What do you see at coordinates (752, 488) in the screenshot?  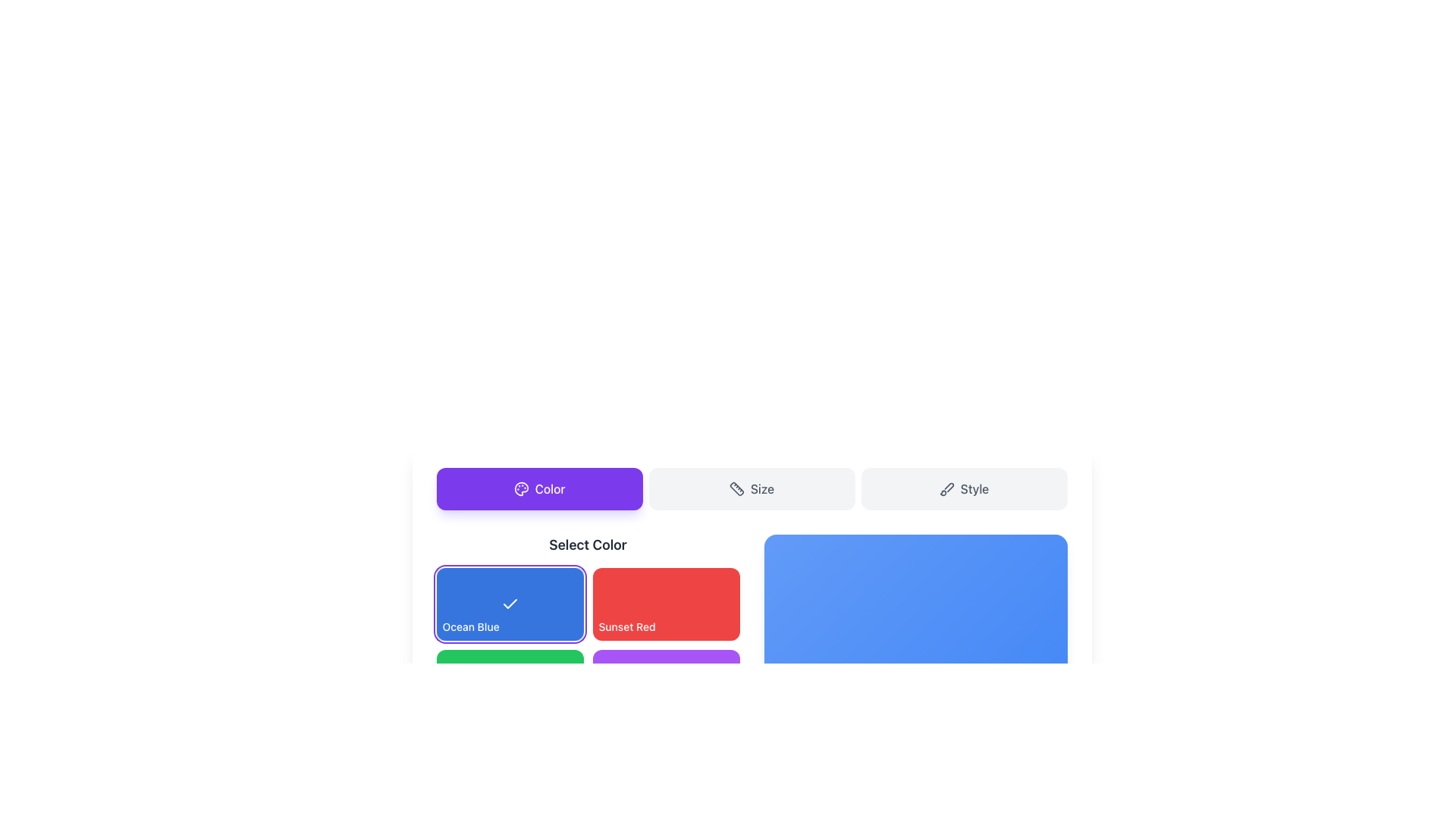 I see `the 'Size' button in the navigation bar` at bounding box center [752, 488].